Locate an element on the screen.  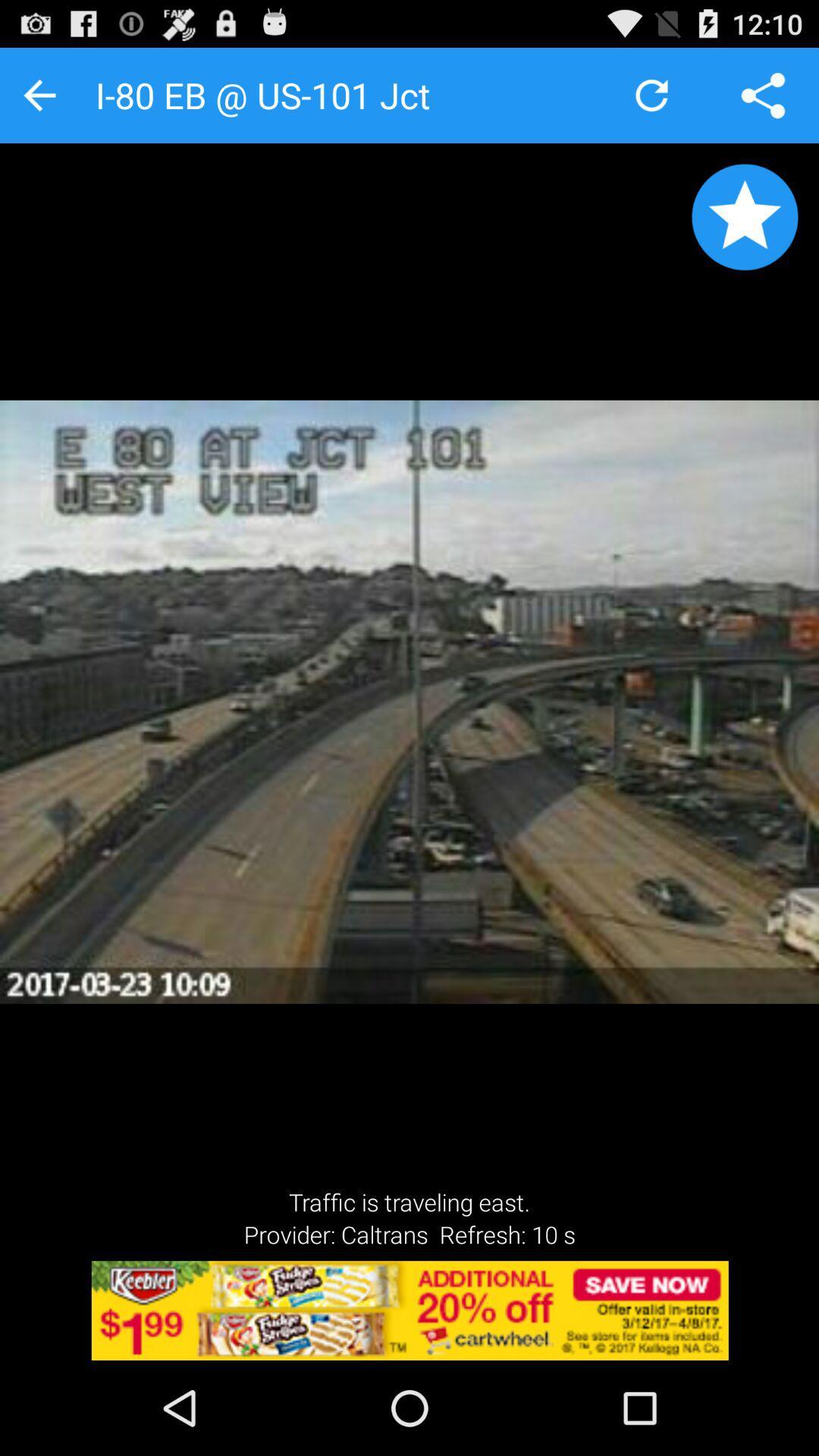
the option is located at coordinates (409, 1310).